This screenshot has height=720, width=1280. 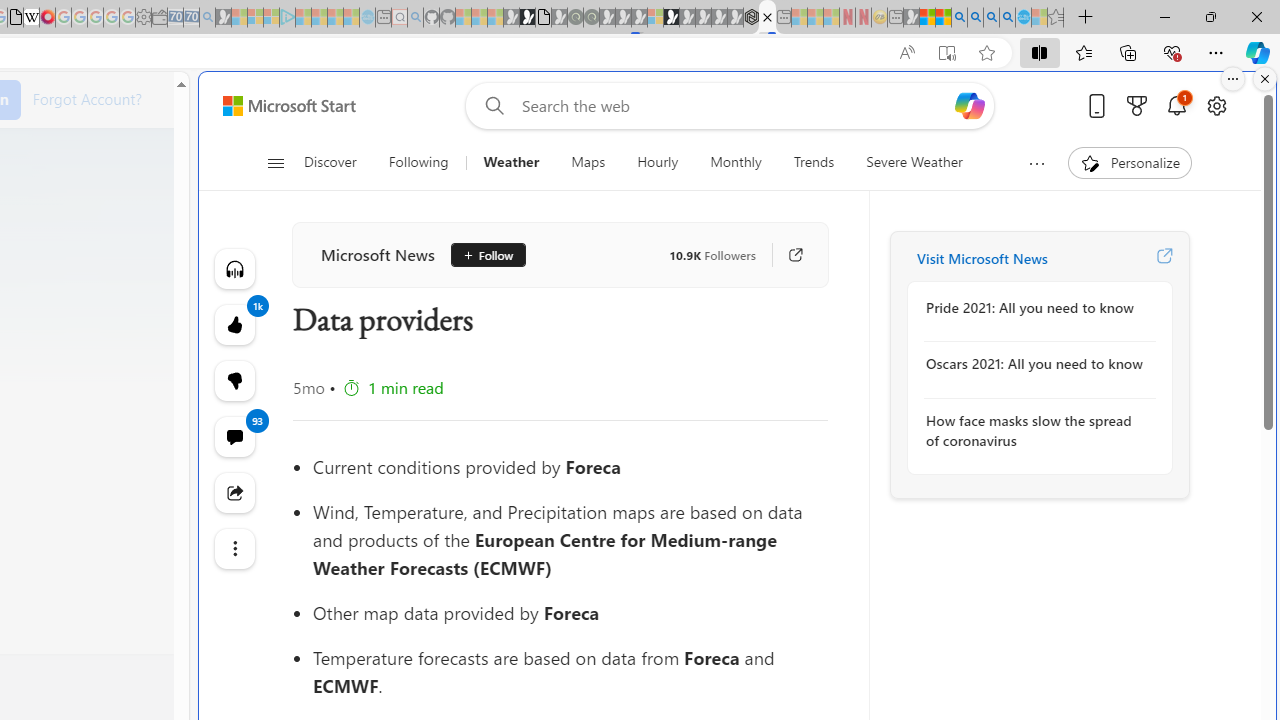 I want to click on 'Other map data provided by Foreca', so click(x=569, y=612).